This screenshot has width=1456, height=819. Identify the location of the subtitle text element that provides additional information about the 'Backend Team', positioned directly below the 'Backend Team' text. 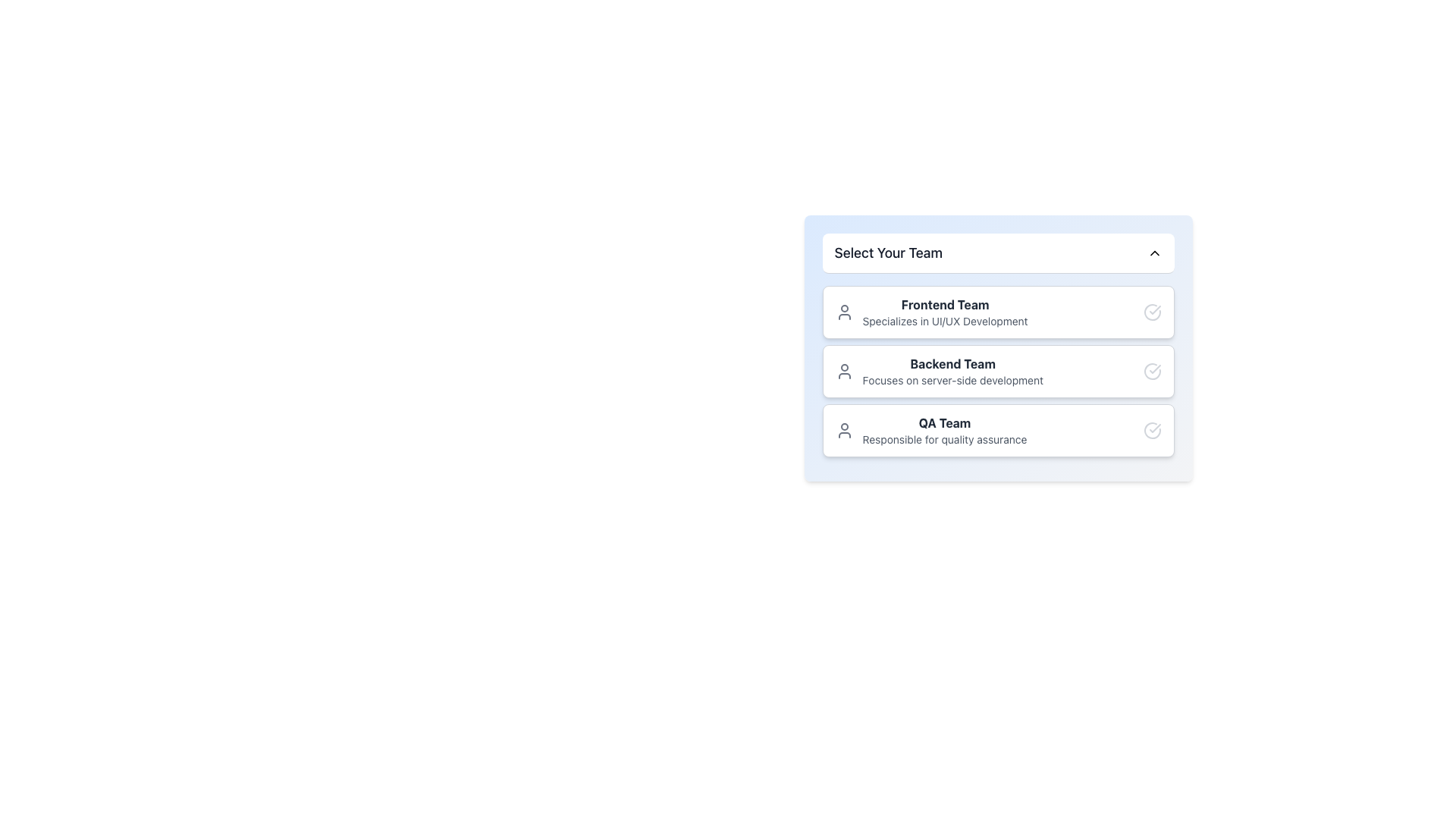
(952, 379).